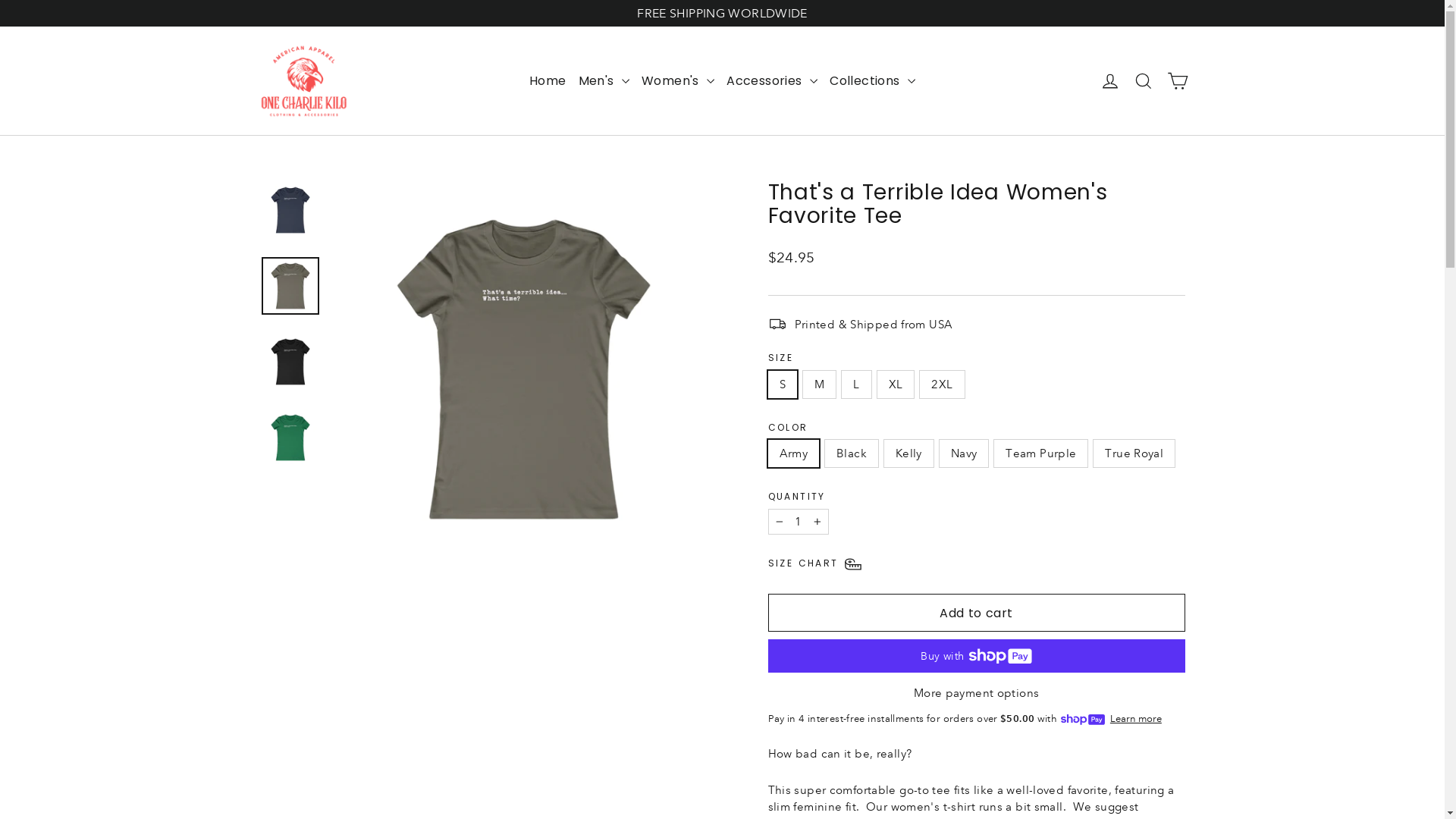 This screenshot has height=819, width=1456. What do you see at coordinates (872, 81) in the screenshot?
I see `'Collections'` at bounding box center [872, 81].